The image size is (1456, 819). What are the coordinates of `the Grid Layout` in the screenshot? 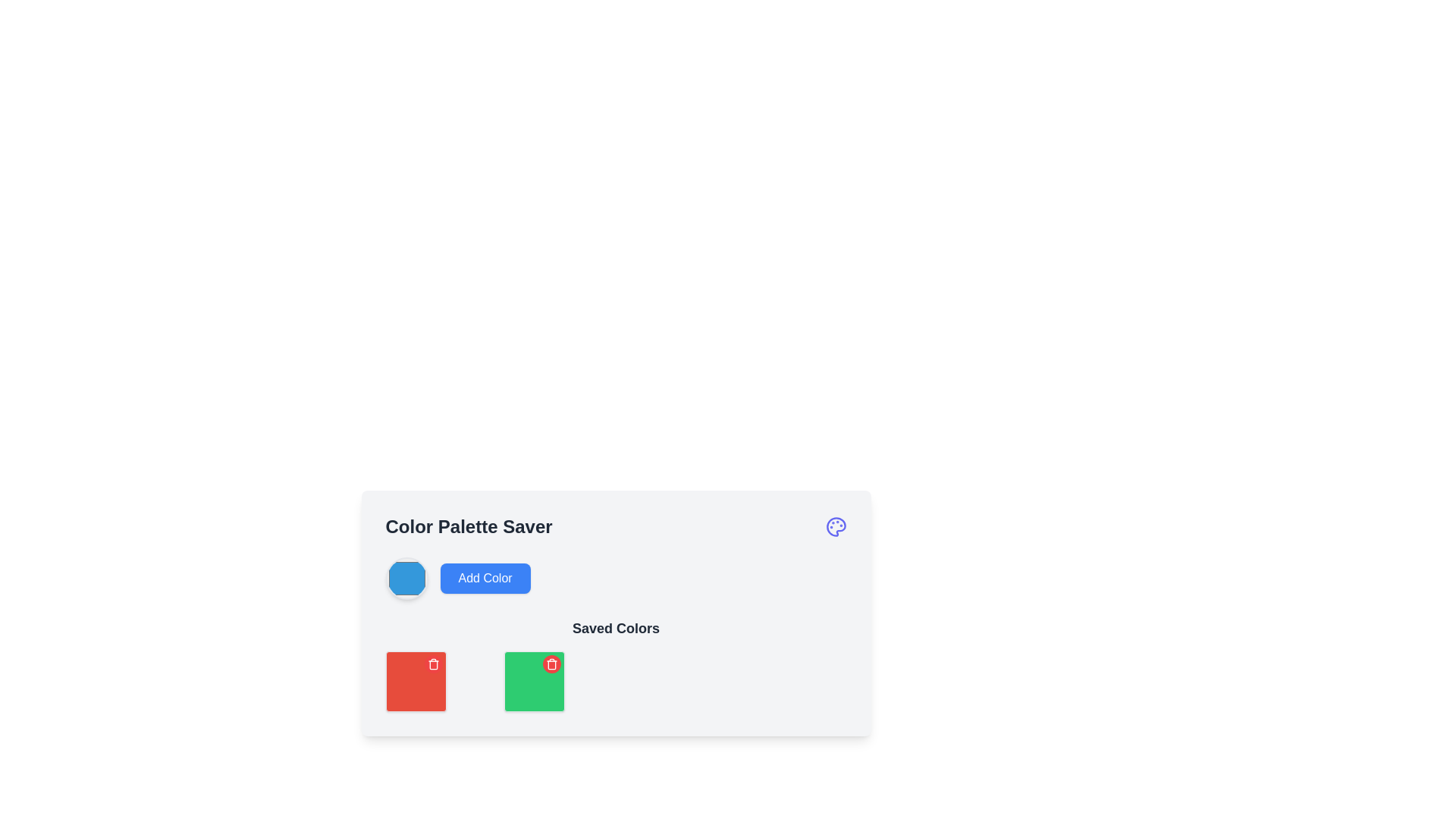 It's located at (616, 680).